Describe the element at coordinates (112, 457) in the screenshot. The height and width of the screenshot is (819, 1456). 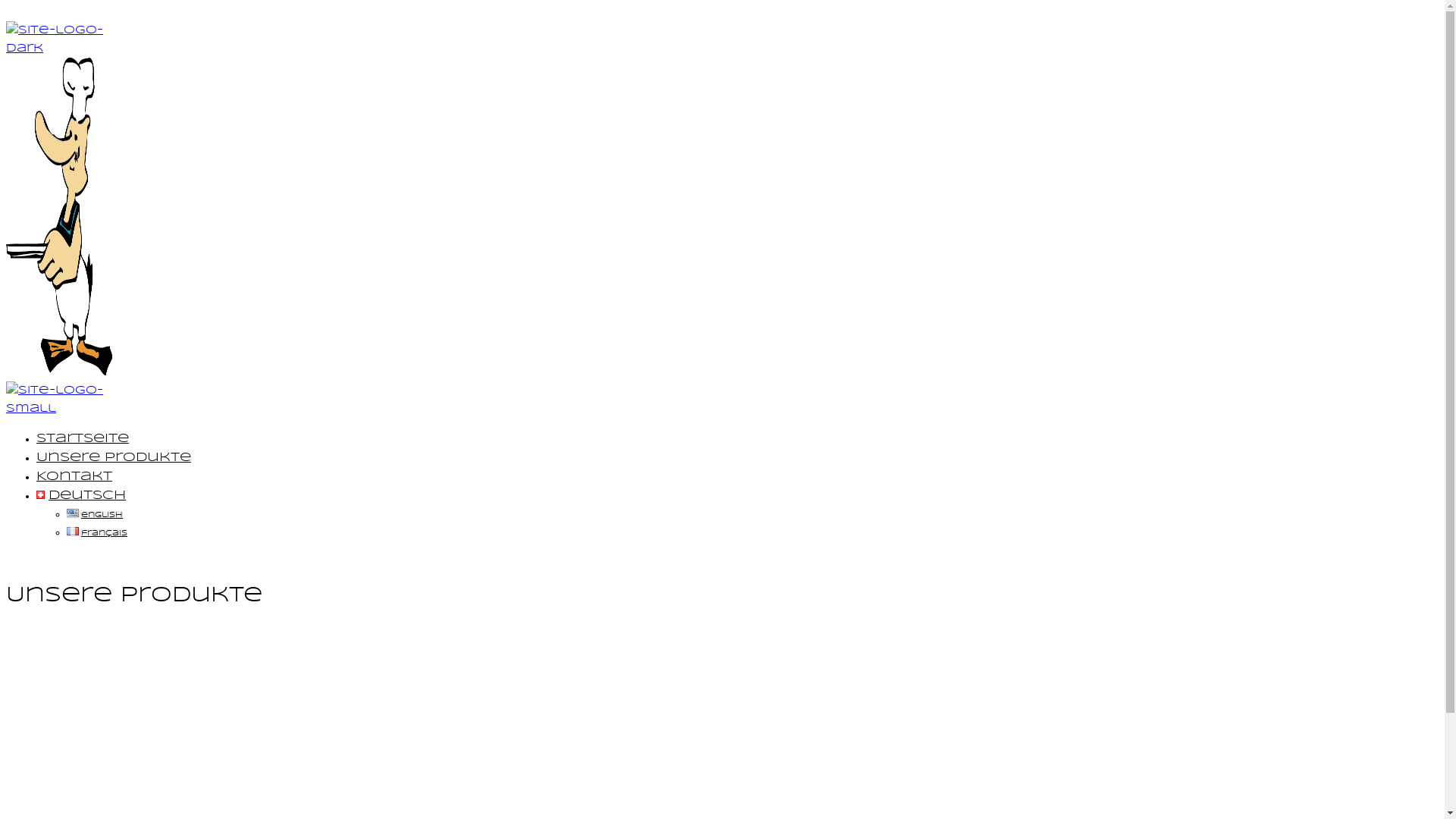
I see `'Unsere Produkte'` at that location.